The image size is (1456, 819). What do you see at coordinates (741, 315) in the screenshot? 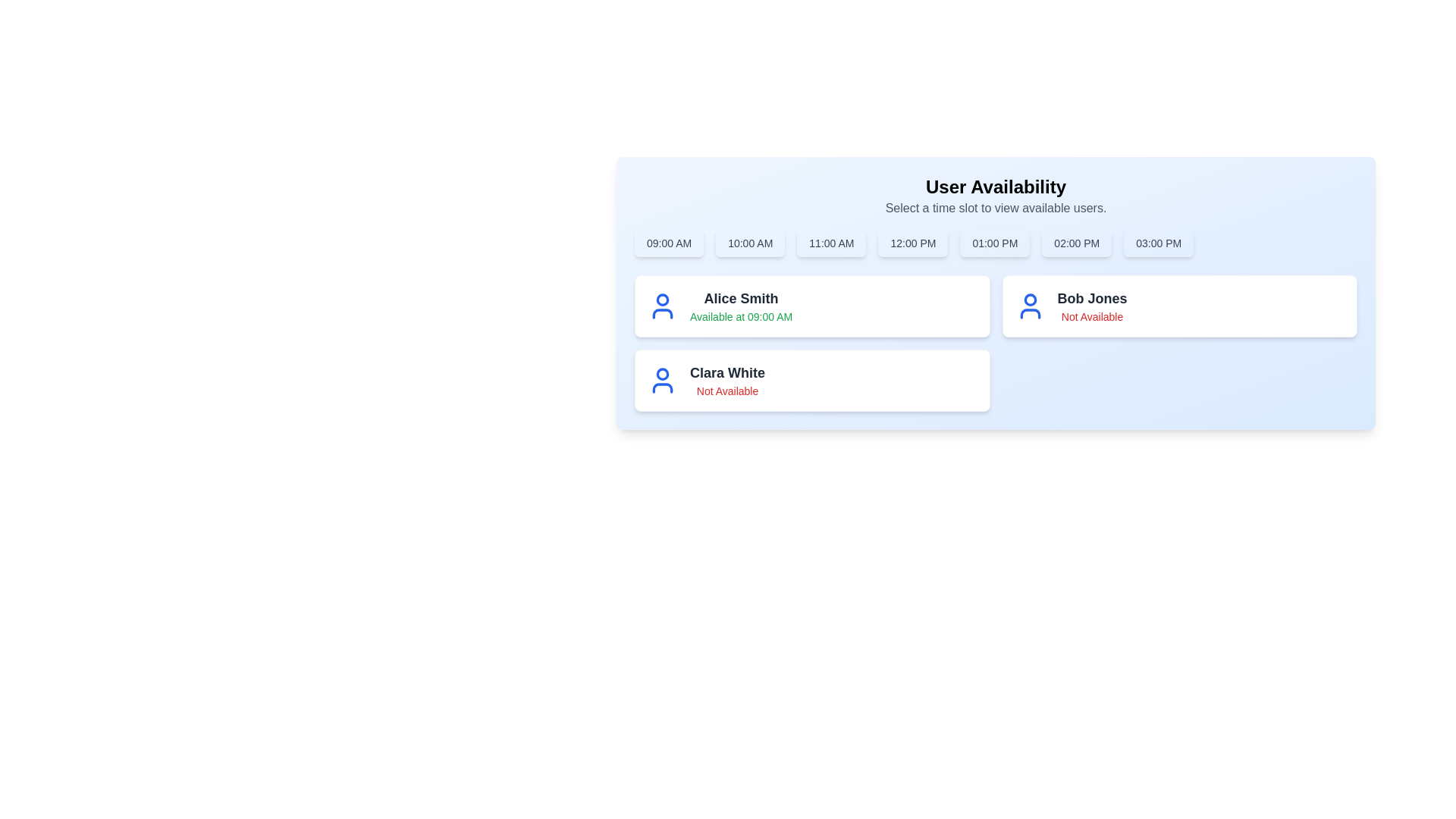
I see `the static text label displaying 'Available at 09:00 AM' under 'Alice Smith' in the user availability list` at bounding box center [741, 315].